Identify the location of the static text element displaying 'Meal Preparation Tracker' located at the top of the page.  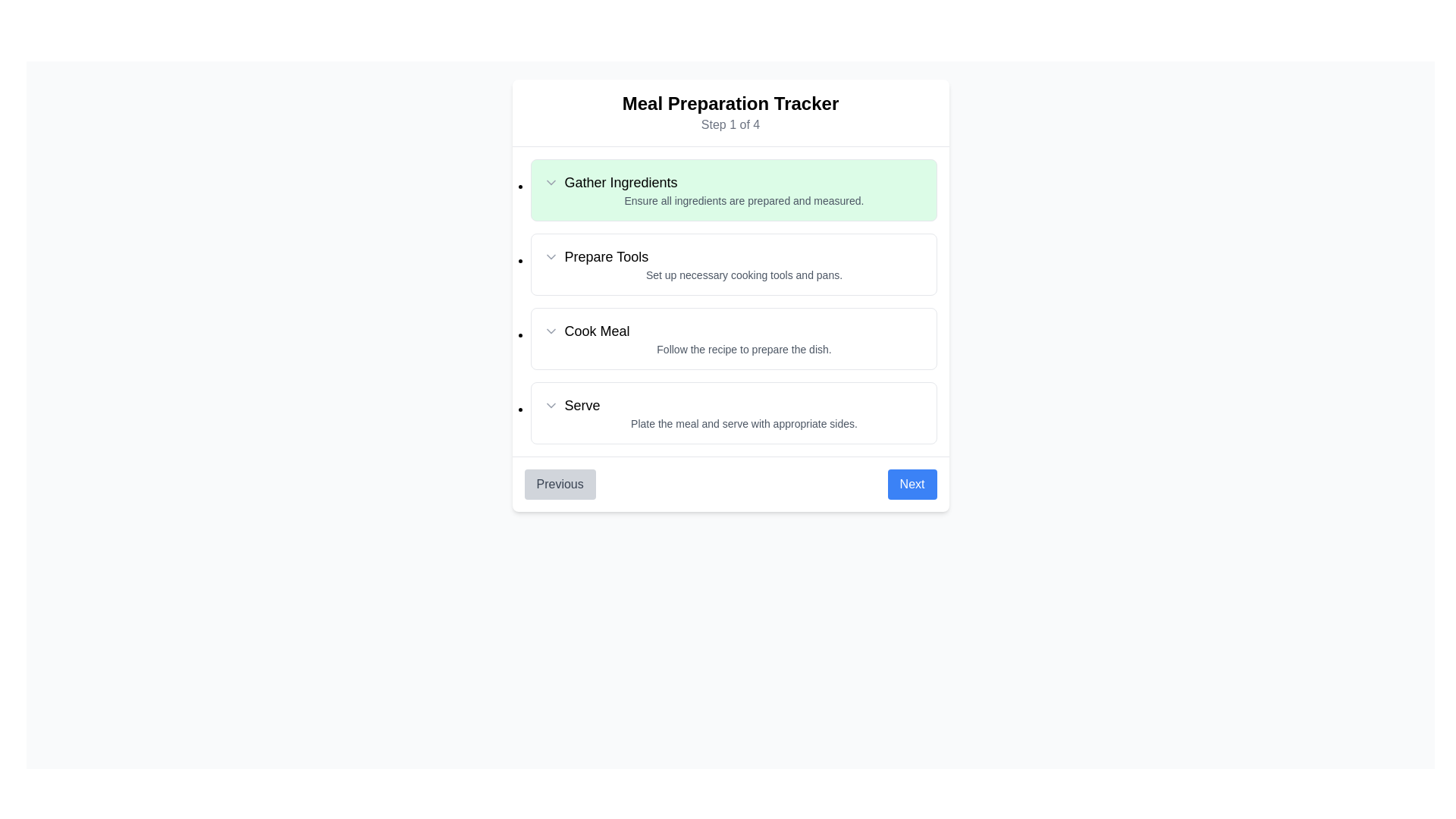
(730, 103).